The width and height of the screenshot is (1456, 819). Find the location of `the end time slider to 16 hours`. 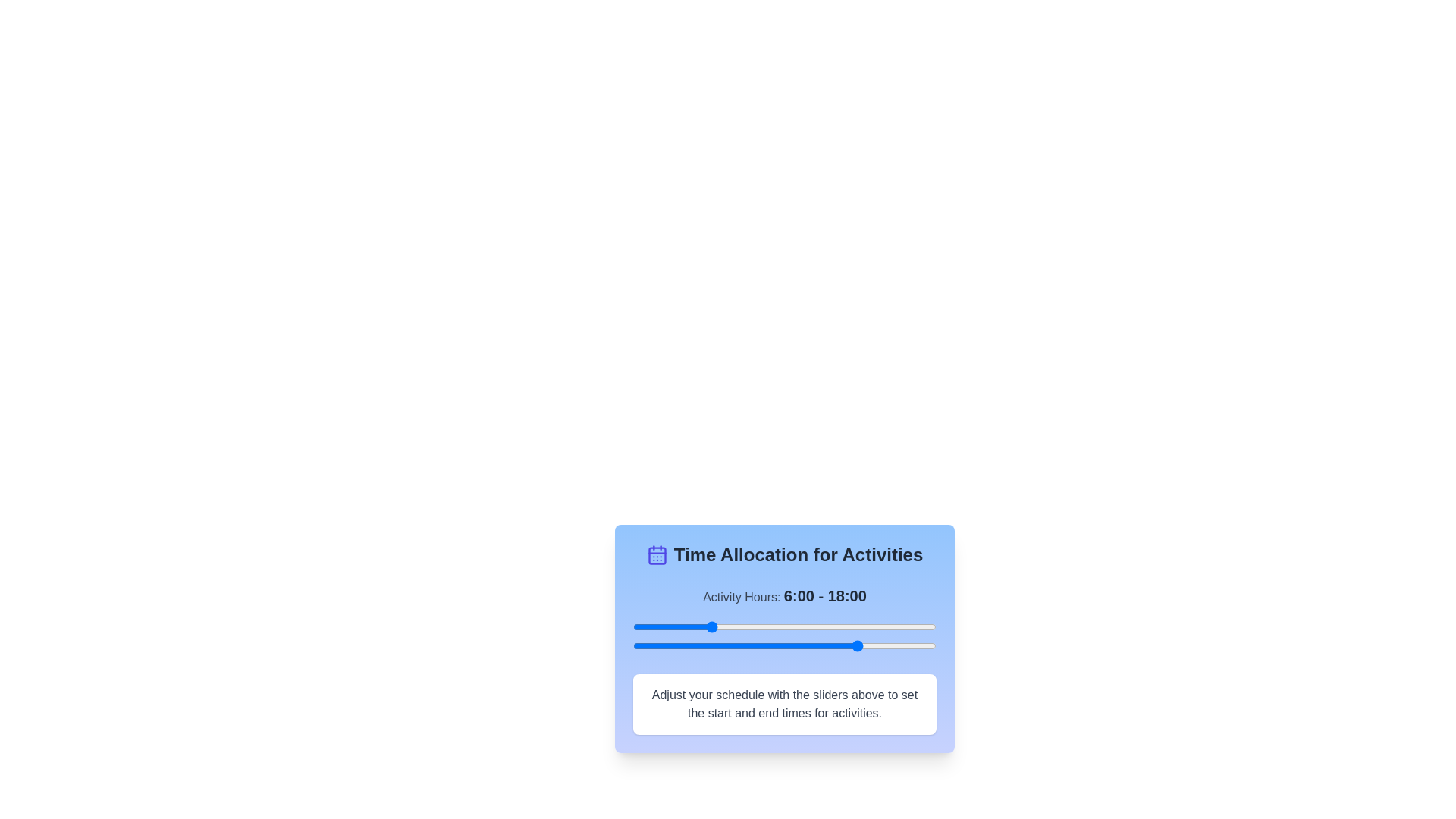

the end time slider to 16 hours is located at coordinates (834, 646).